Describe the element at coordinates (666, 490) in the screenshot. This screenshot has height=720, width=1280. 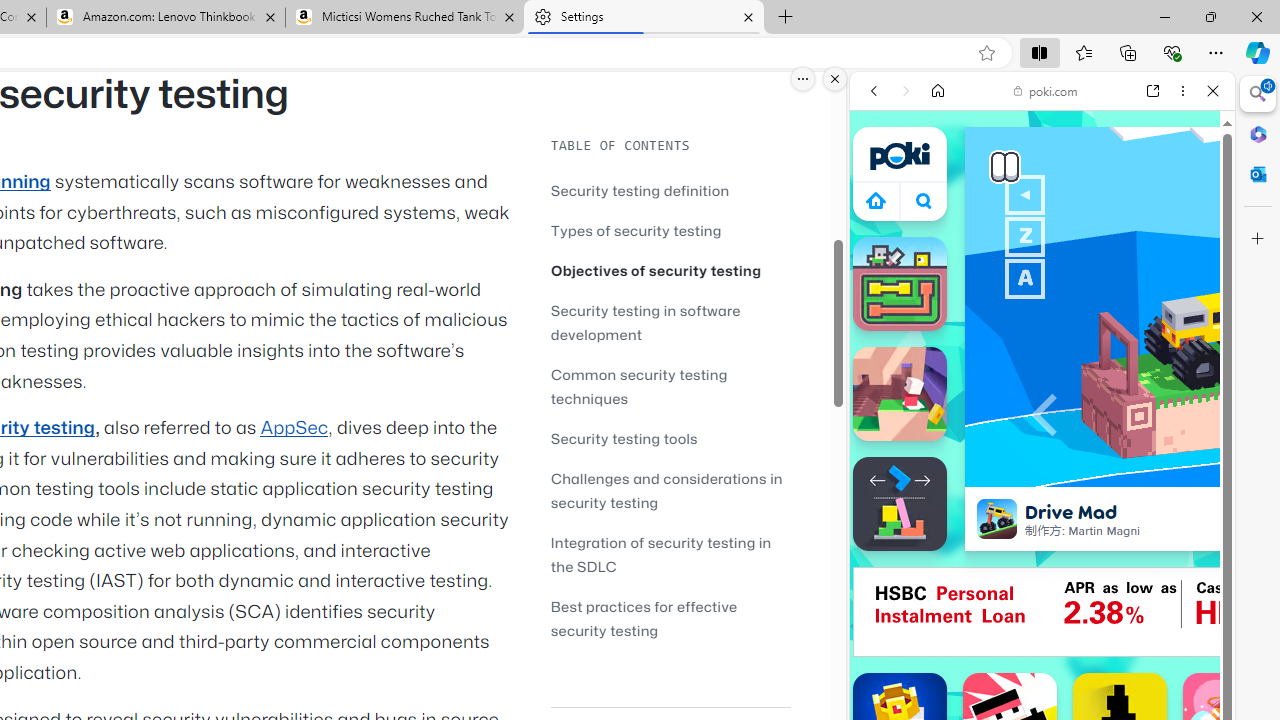
I see `'Challenges and considerations in security testing'` at that location.